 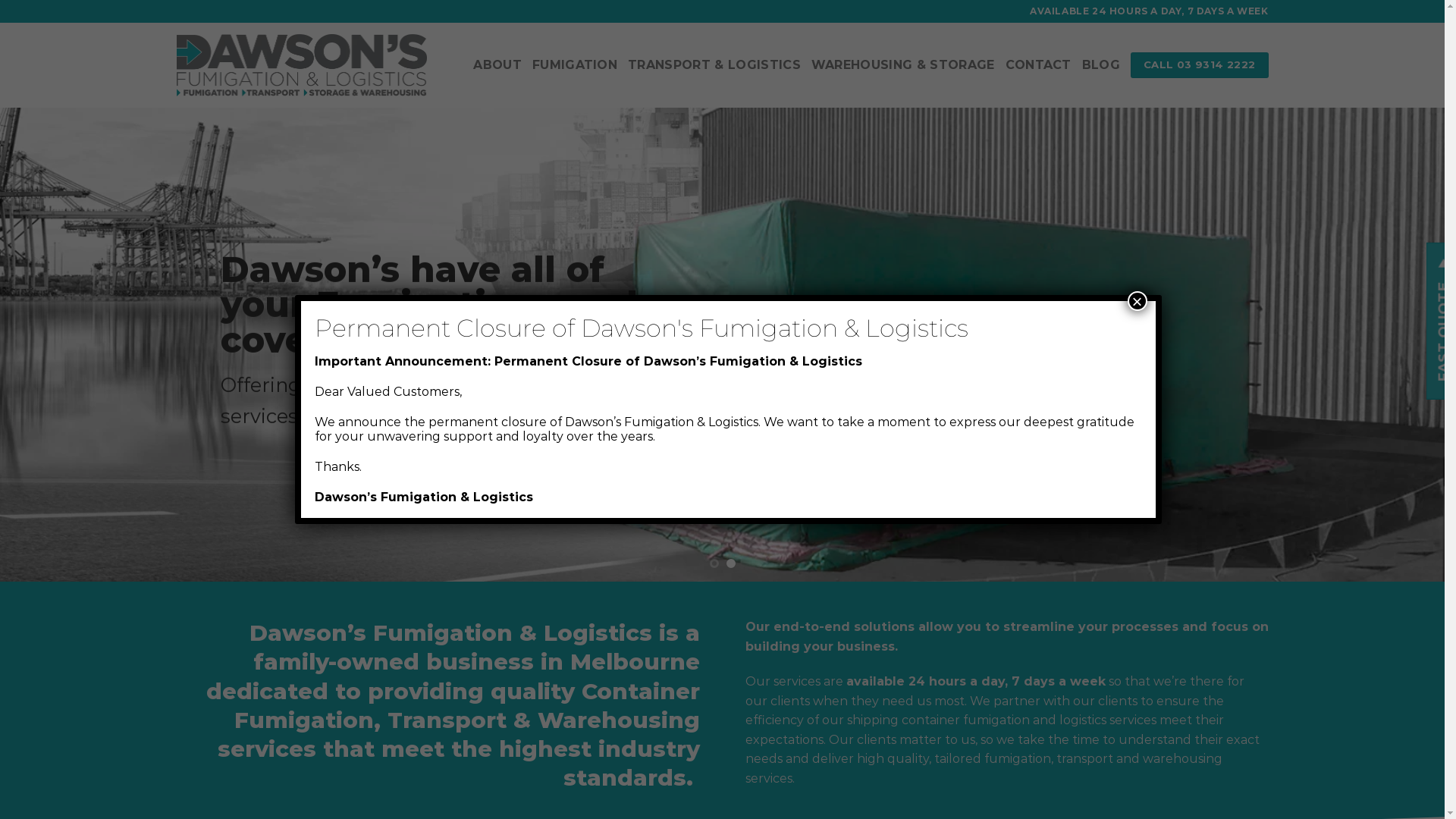 I want to click on 'WAREHOUSING & STORAGE', so click(x=902, y=64).